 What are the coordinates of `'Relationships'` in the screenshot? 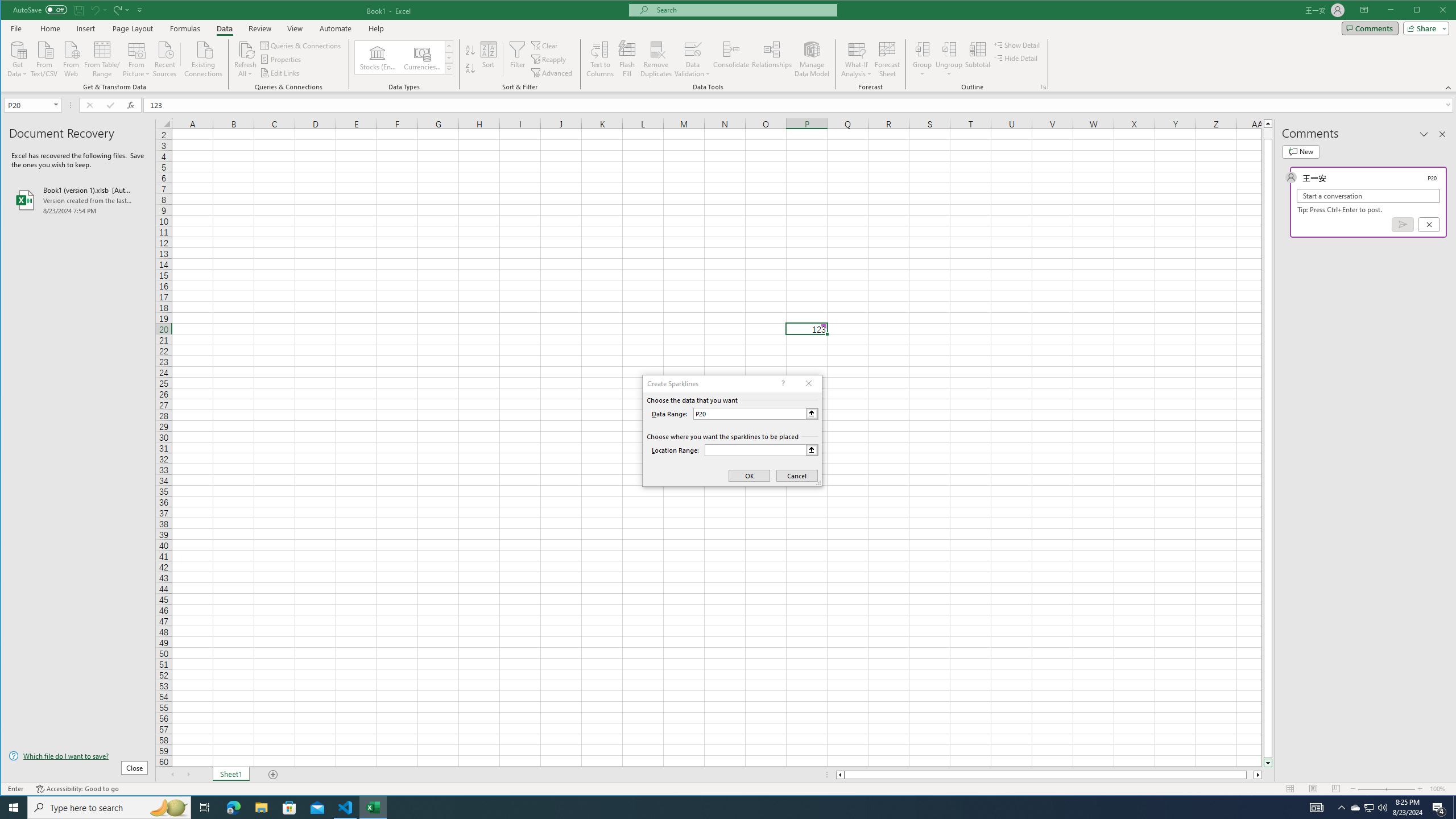 It's located at (772, 59).